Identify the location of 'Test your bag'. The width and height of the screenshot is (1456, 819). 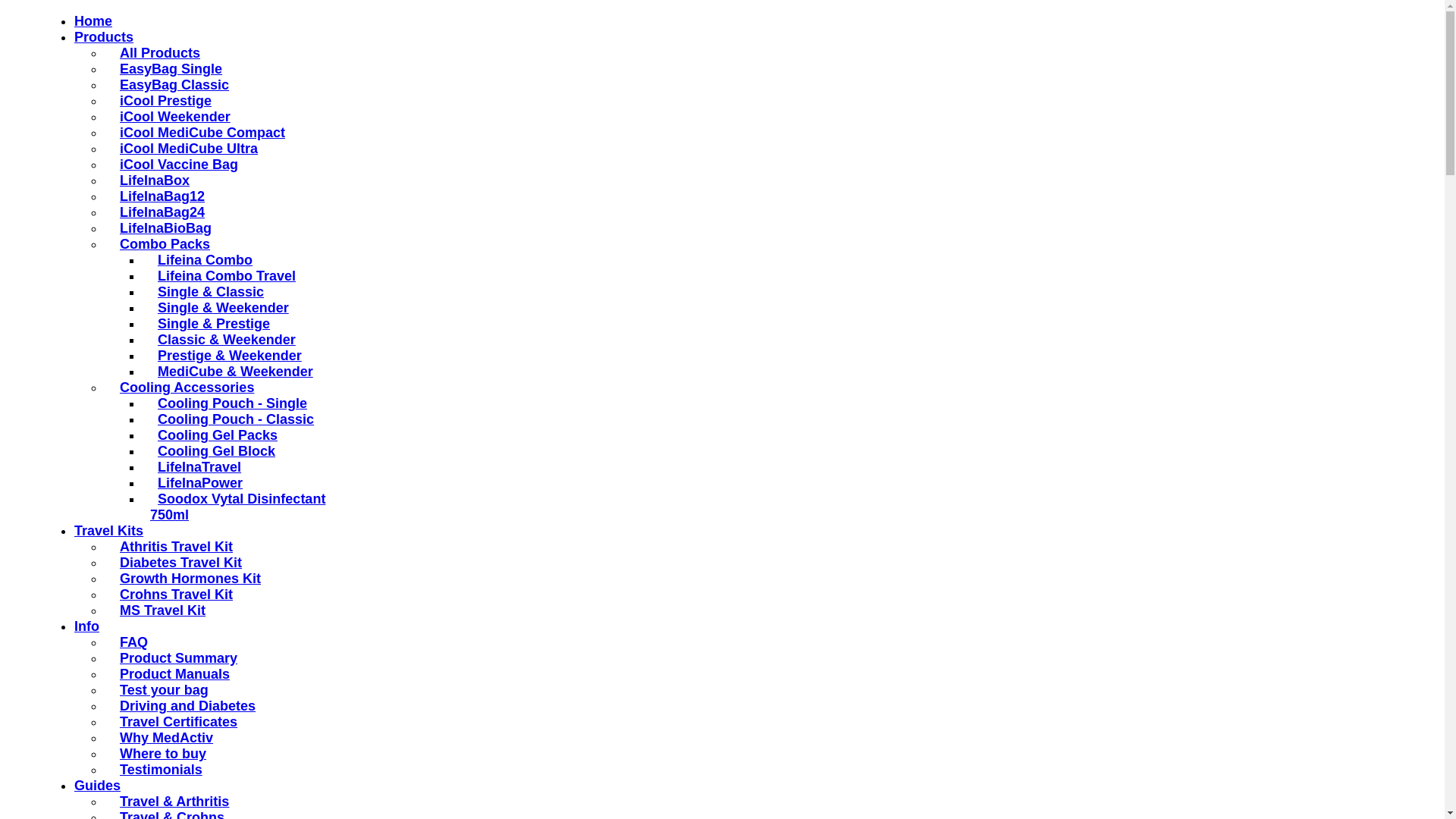
(111, 690).